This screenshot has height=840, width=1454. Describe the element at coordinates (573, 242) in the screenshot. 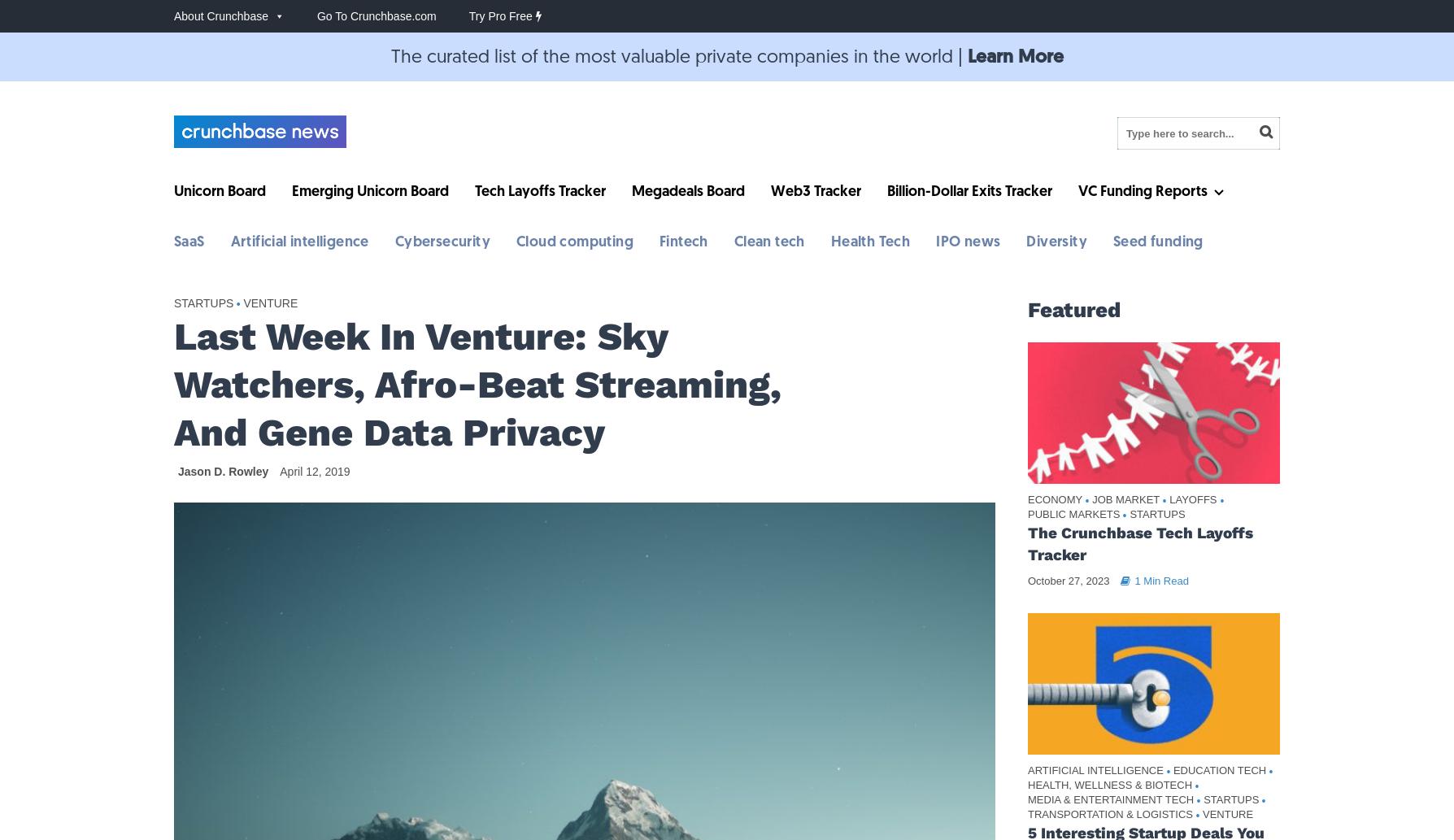

I see `'Cloud computing'` at that location.